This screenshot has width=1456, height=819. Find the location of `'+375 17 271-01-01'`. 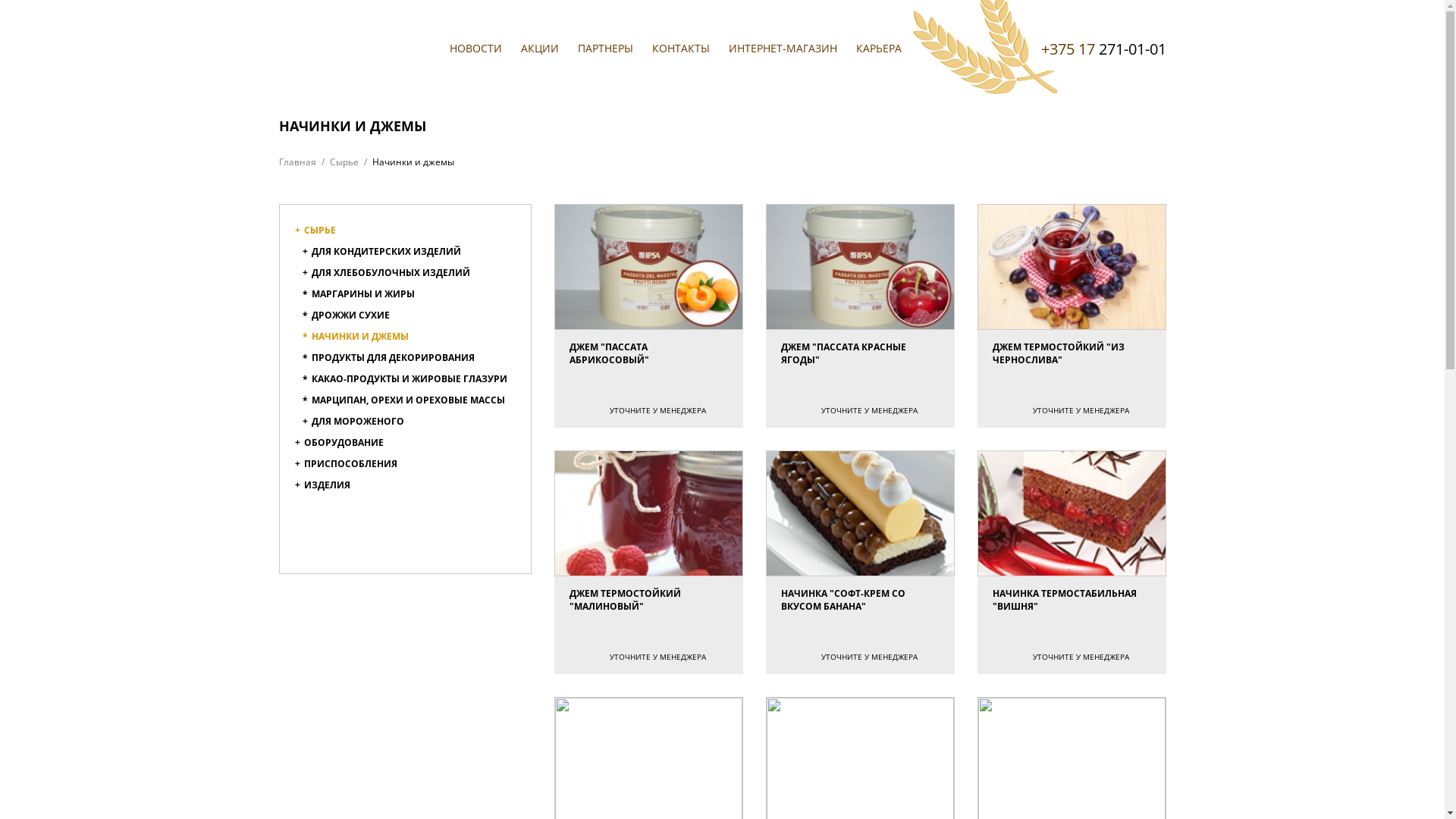

'+375 17 271-01-01' is located at coordinates (1103, 48).